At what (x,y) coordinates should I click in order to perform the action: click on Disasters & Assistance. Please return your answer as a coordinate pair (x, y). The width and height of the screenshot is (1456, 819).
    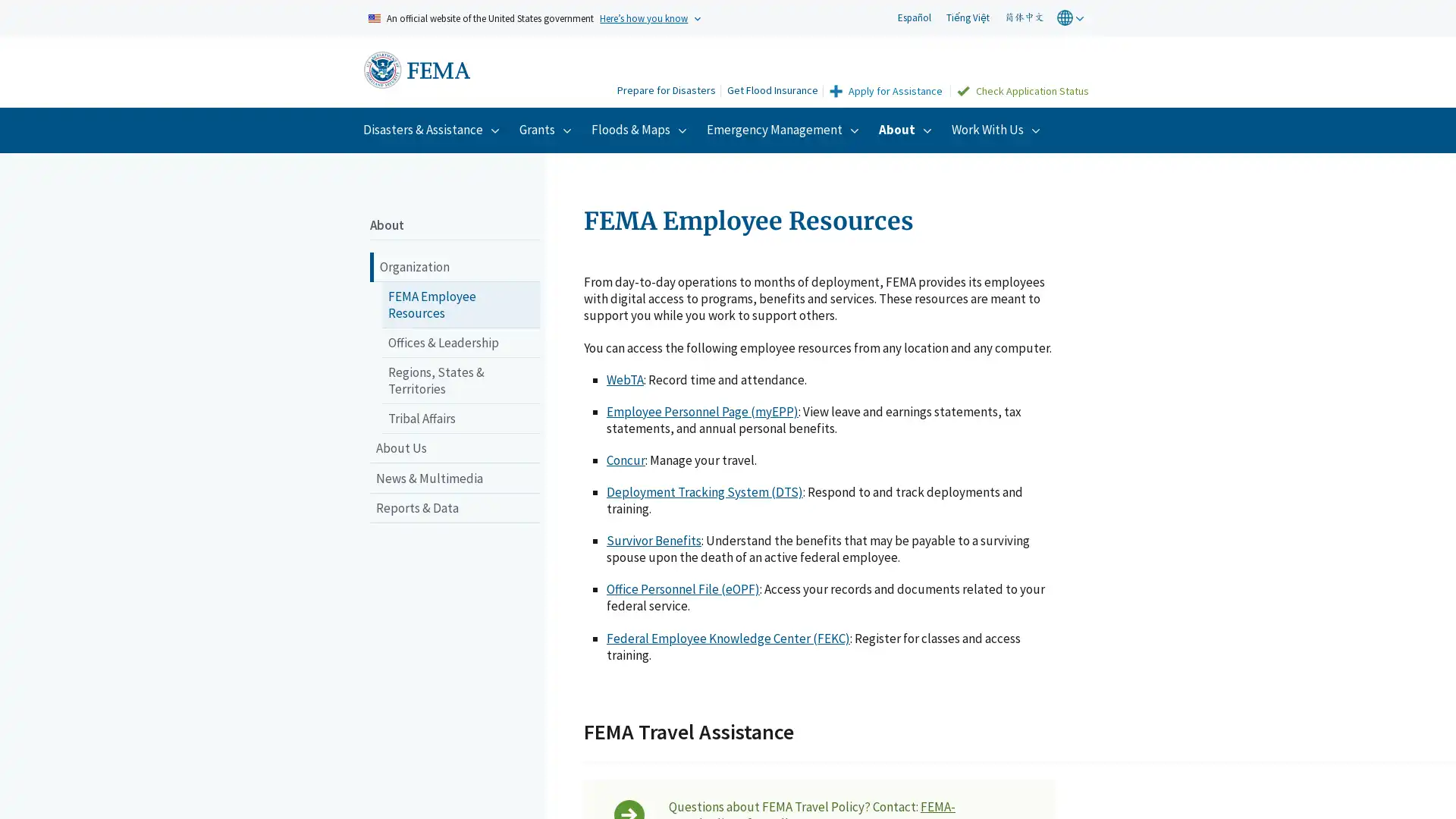
    Looking at the image, I should click on (432, 128).